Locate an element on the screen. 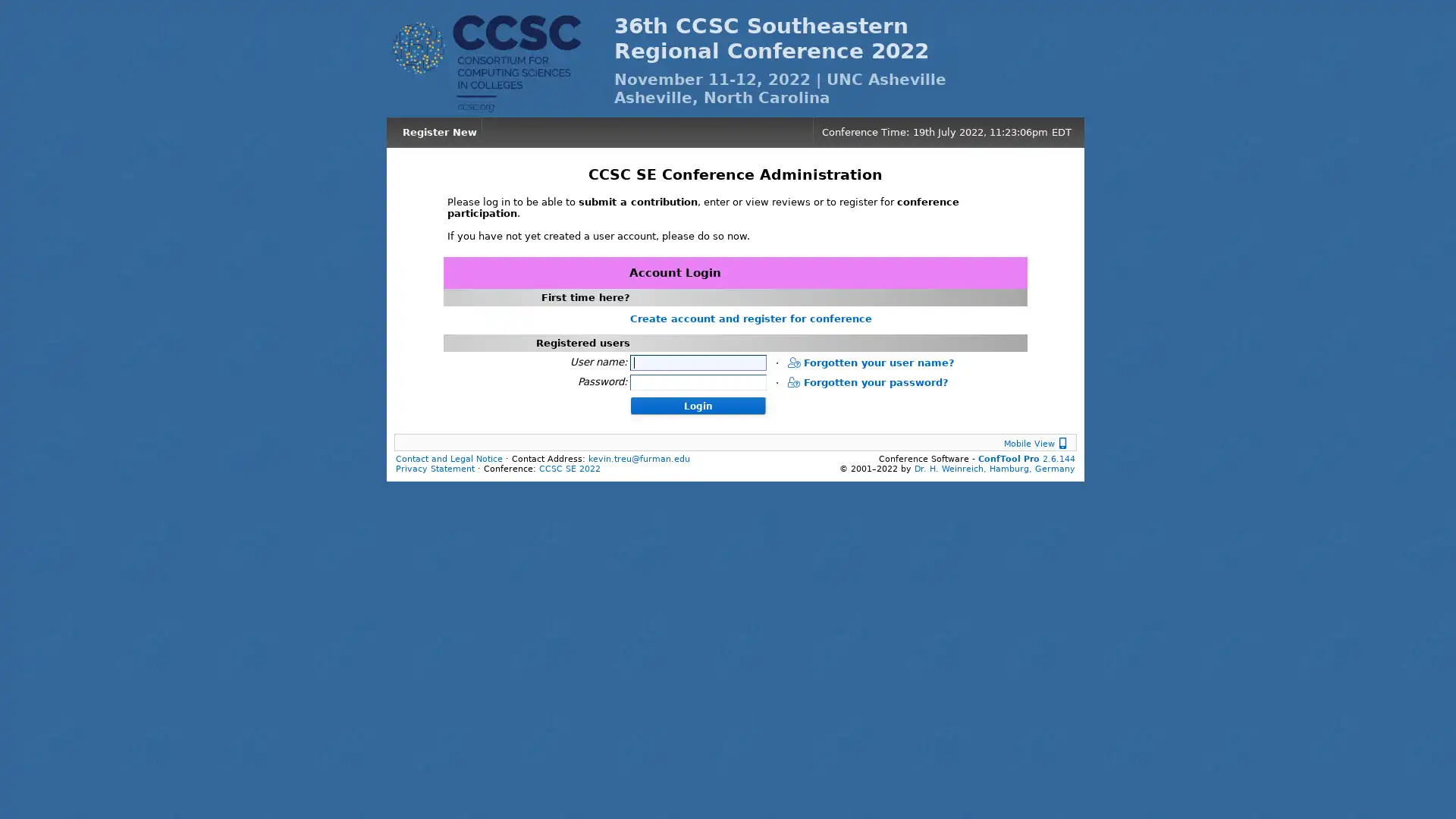 This screenshot has width=1456, height=819. Login is located at coordinates (697, 403).